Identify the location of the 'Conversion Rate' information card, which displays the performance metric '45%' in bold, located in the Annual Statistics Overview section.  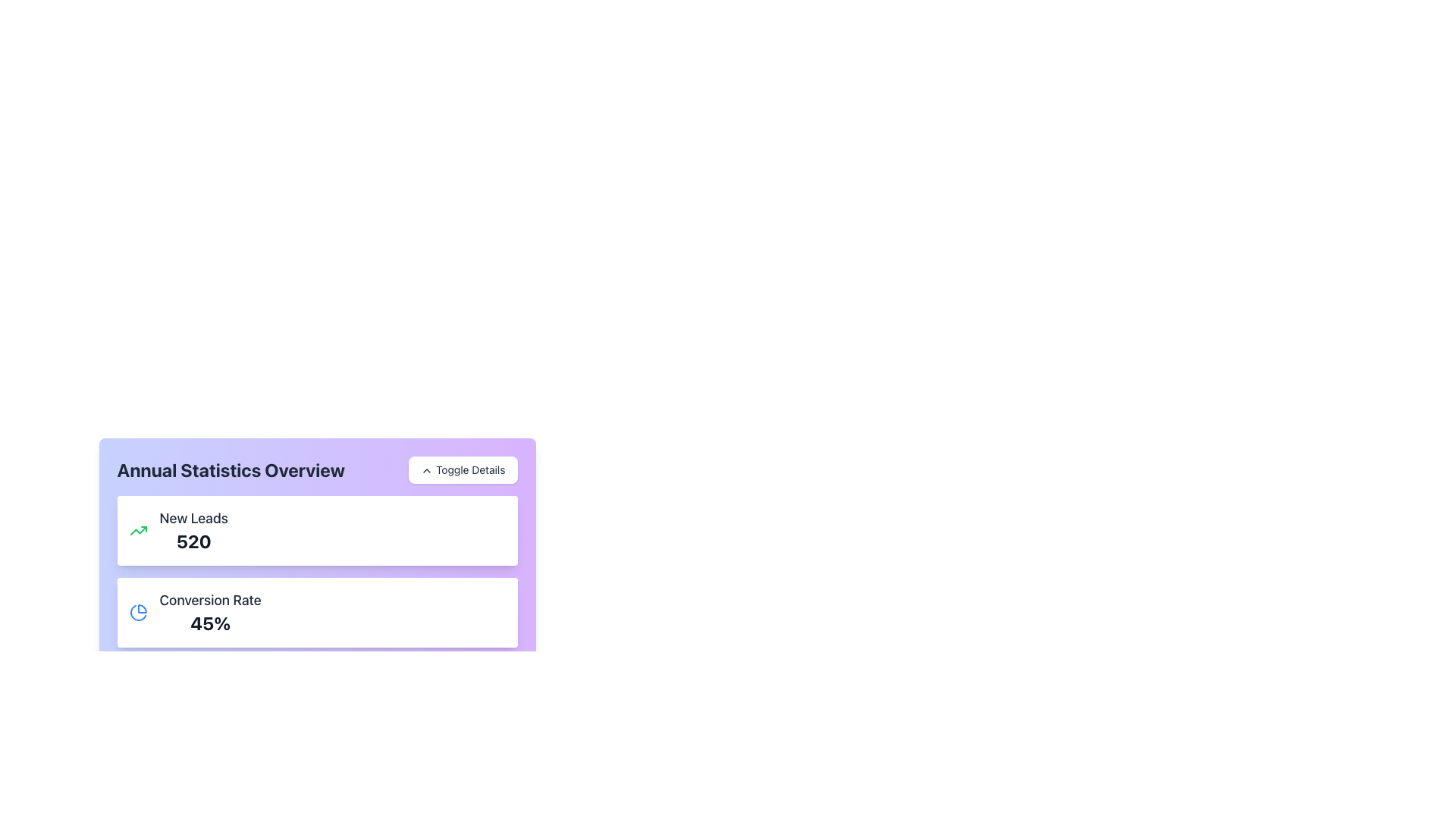
(316, 611).